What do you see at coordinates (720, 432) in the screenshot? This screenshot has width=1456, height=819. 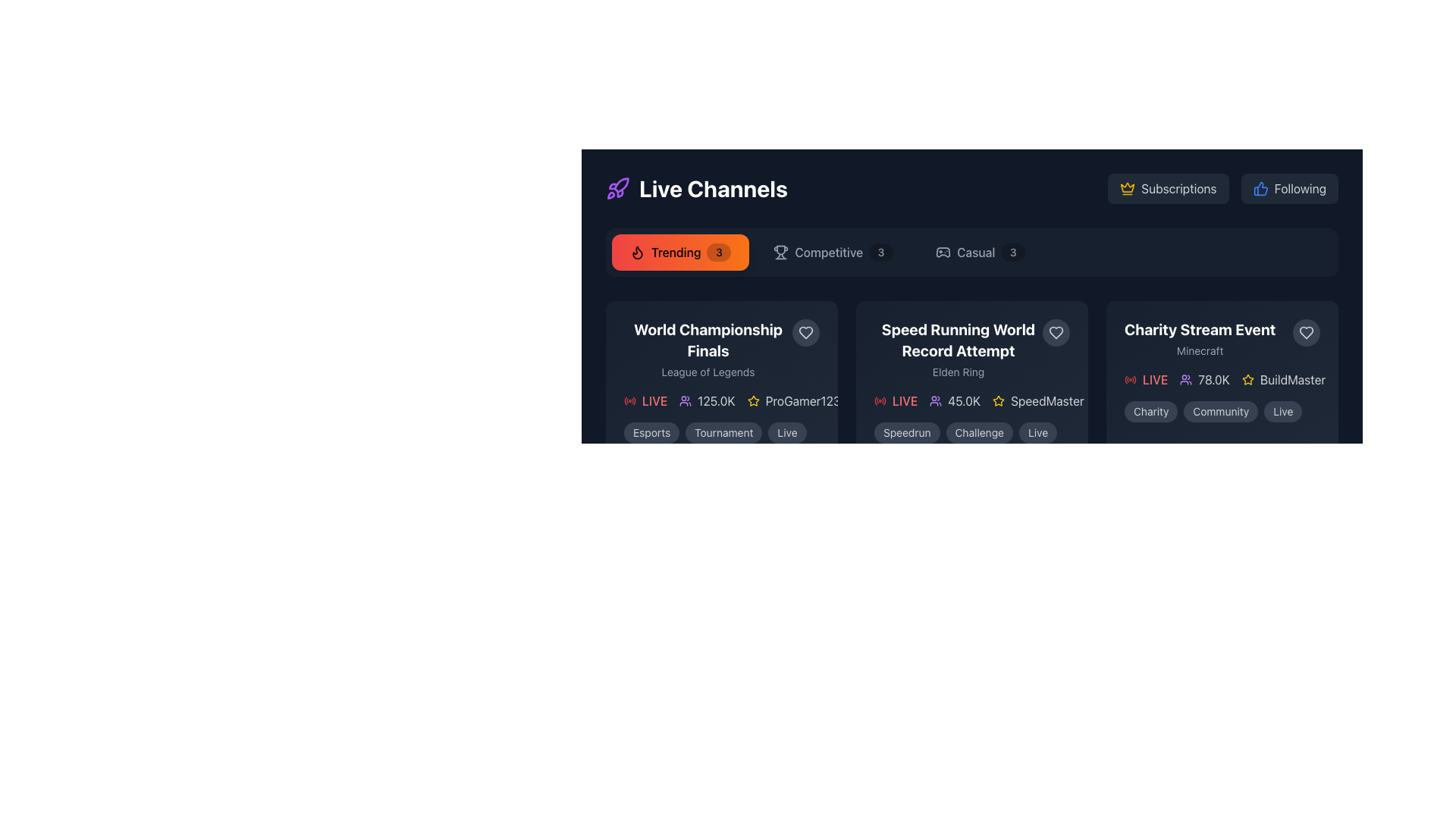 I see `the Static label consisting of three rounded rectangular badges labeled 'Esports,' 'Tournament,' and 'Live' positioned at the bottom of a card for a live streaming channel` at bounding box center [720, 432].